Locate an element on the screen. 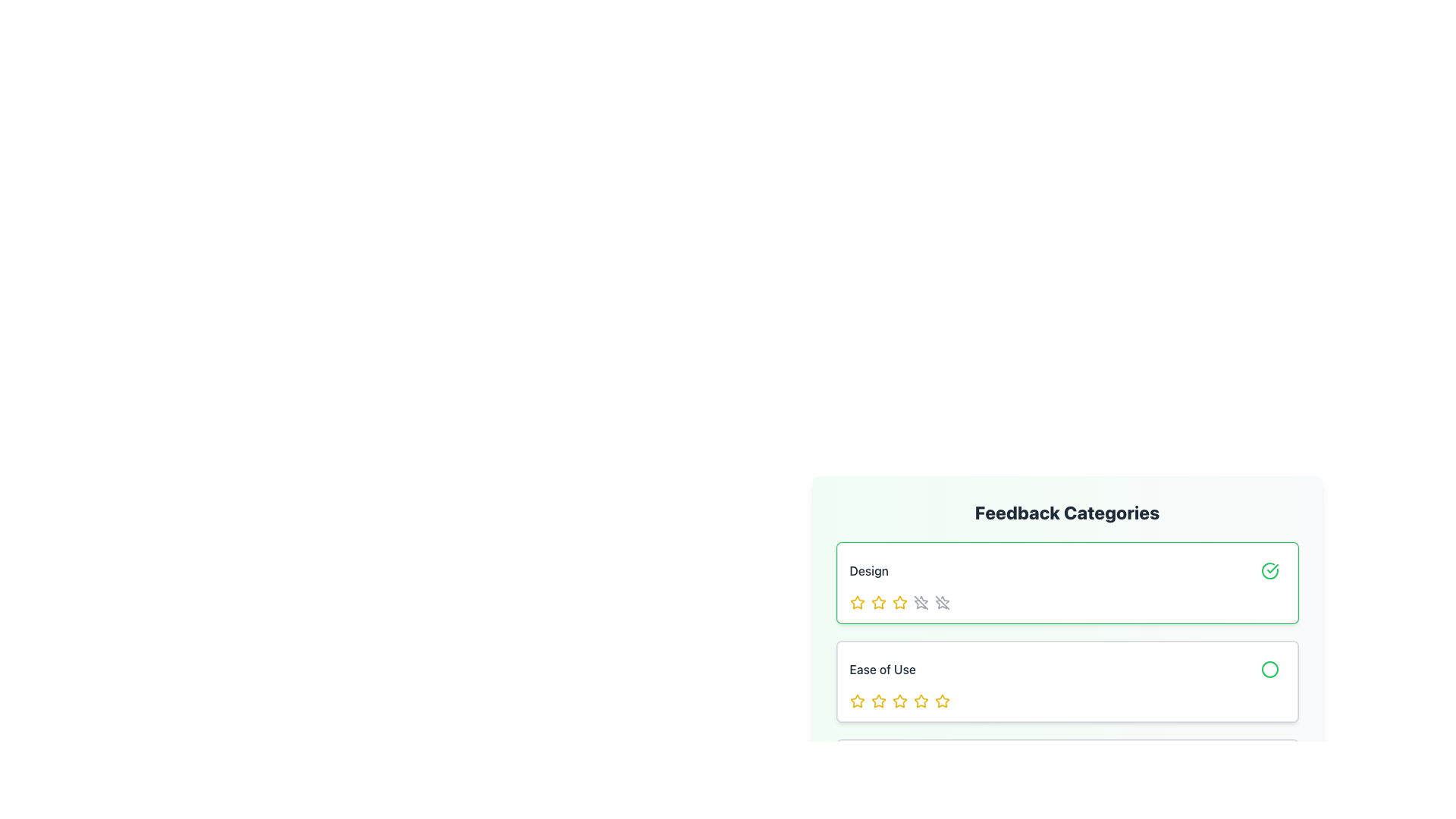 This screenshot has width=1456, height=819. properties of the second star icon in the rating component, which is styled with a linear and geometric outline and positioned in the middle is located at coordinates (944, 599).